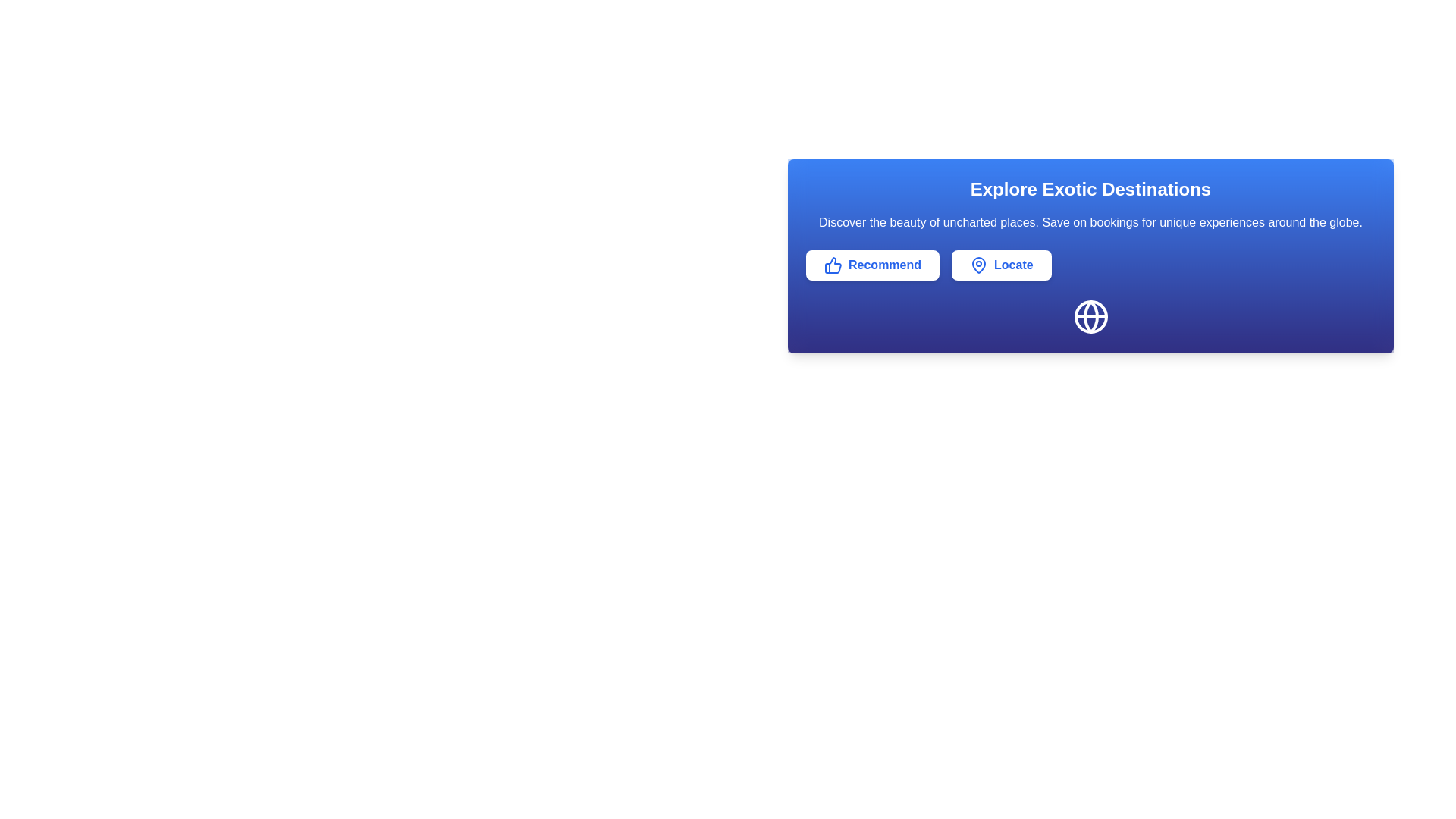 This screenshot has width=1456, height=819. Describe the element at coordinates (832, 265) in the screenshot. I see `the 'Recommend' button located at the bottom left corner of the 'Explore Exotic Destinations' card, which contains the SVG icon indicating a 'like' or 'recommendation' action` at that location.